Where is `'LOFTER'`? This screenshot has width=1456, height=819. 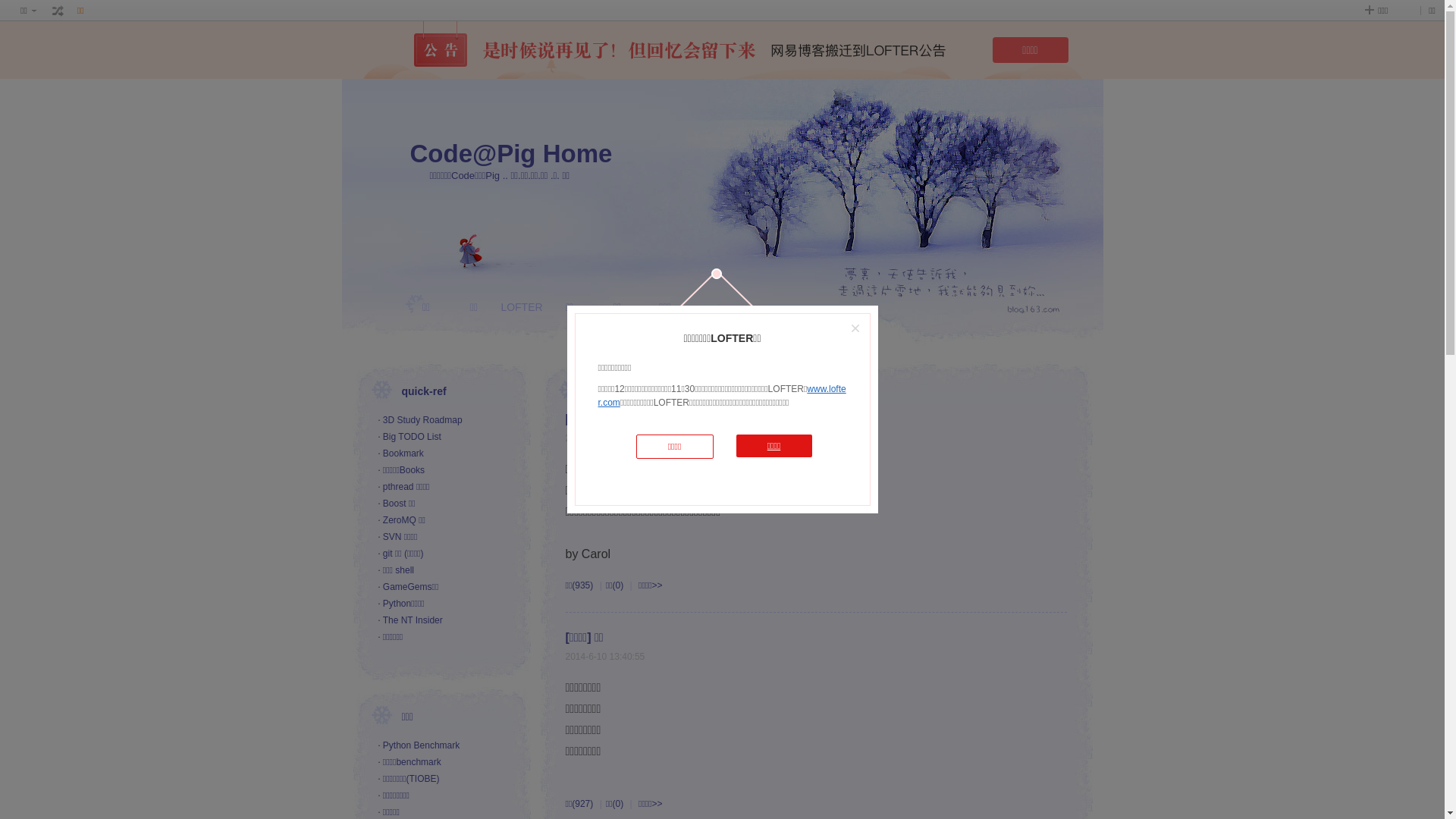
'LOFTER' is located at coordinates (521, 324).